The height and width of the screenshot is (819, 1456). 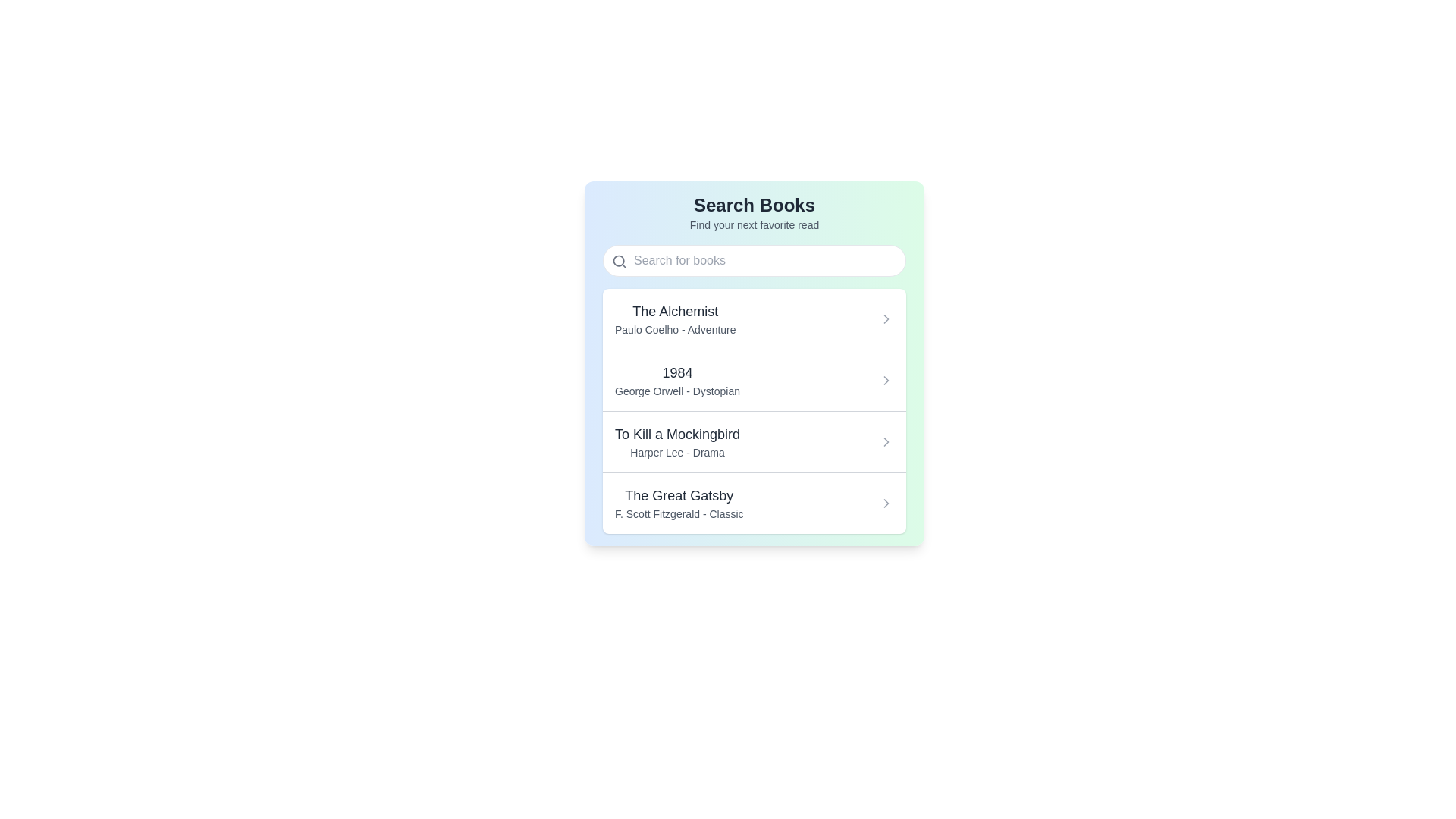 I want to click on the decorative graphical element of the search icon, located to the left of the text input field, so click(x=619, y=260).